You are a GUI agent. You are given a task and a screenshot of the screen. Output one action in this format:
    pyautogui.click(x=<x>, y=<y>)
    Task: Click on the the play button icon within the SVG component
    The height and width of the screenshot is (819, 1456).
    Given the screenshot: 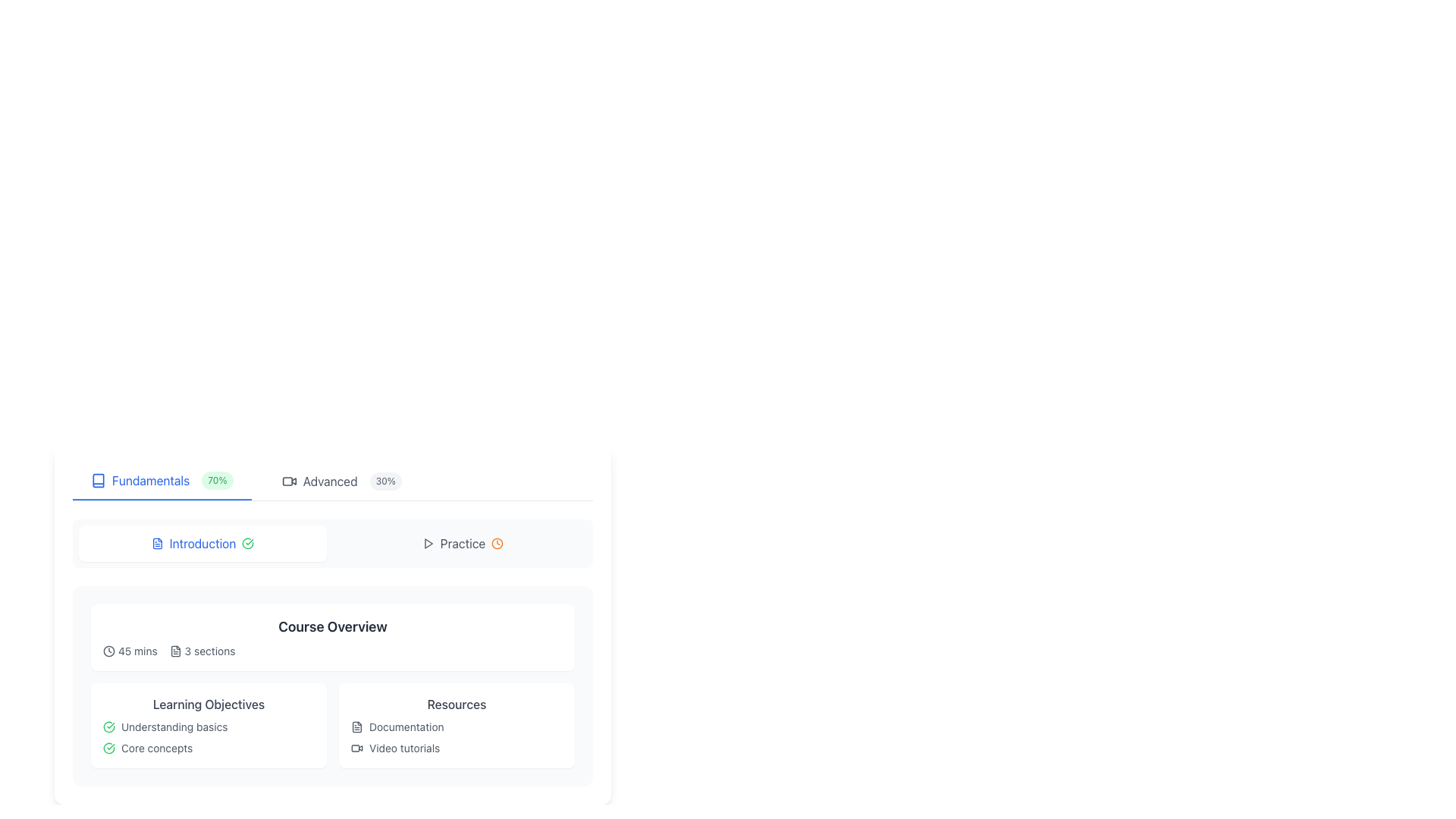 What is the action you would take?
    pyautogui.click(x=428, y=543)
    